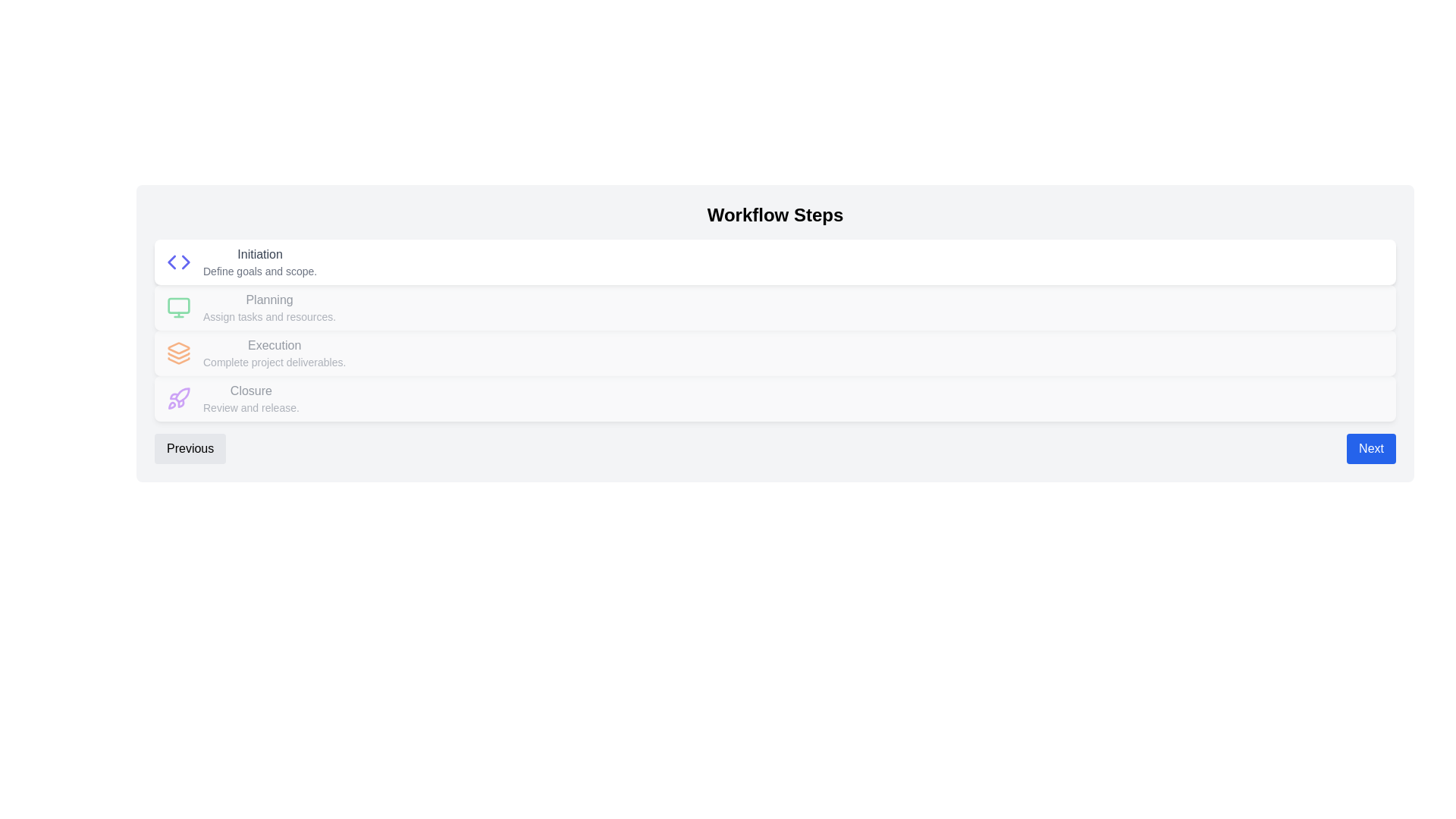 This screenshot has width=1456, height=819. What do you see at coordinates (260, 271) in the screenshot?
I see `text label providing supplementary information for the 'Initiation' step in the 'Workflow Steps' interface, located directly under the text 'Initiation'` at bounding box center [260, 271].